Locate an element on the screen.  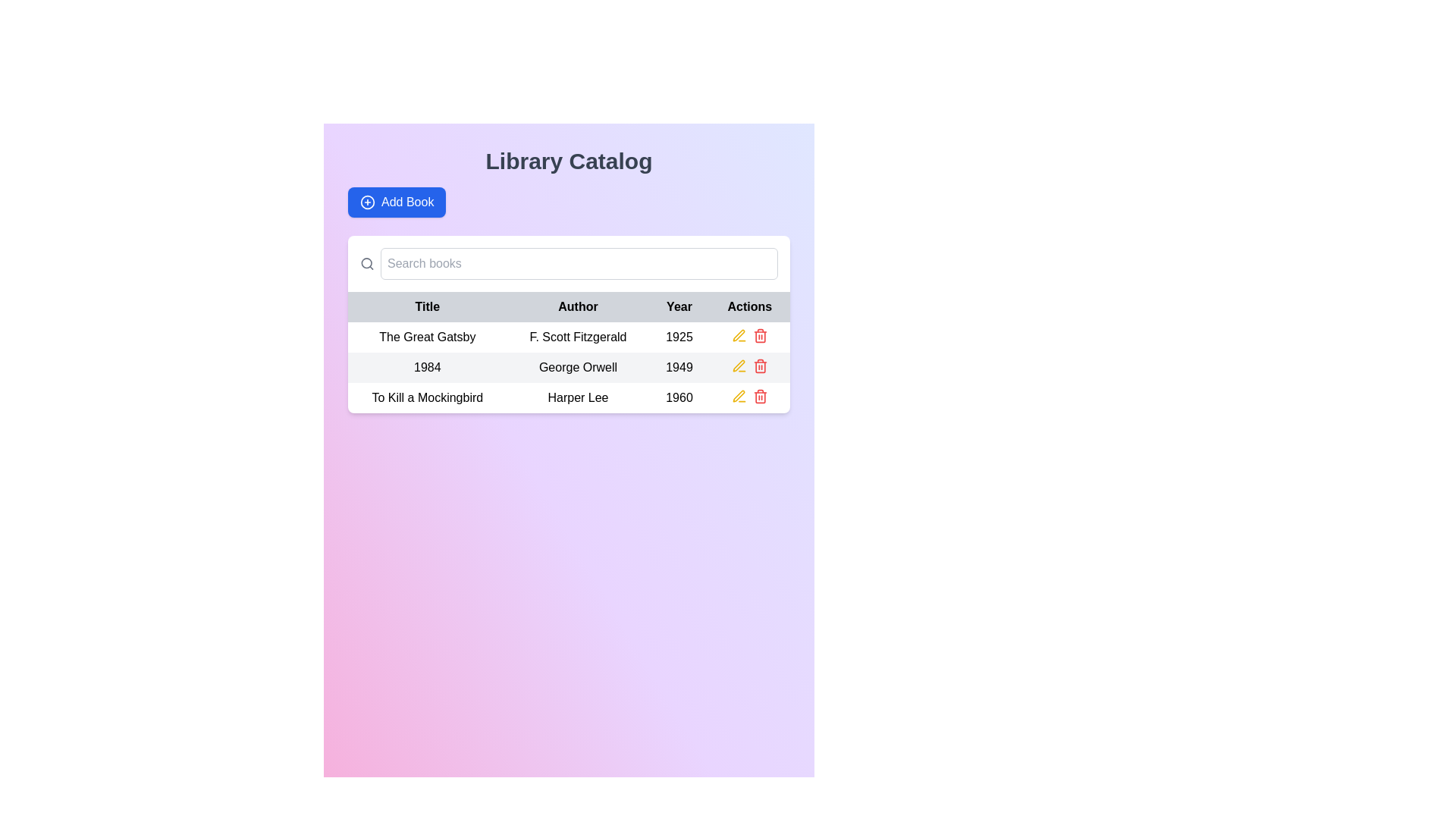
the text label displaying 'George Orwell' located in the second row under the 'Author' column of the table for the book '1984' is located at coordinates (577, 368).